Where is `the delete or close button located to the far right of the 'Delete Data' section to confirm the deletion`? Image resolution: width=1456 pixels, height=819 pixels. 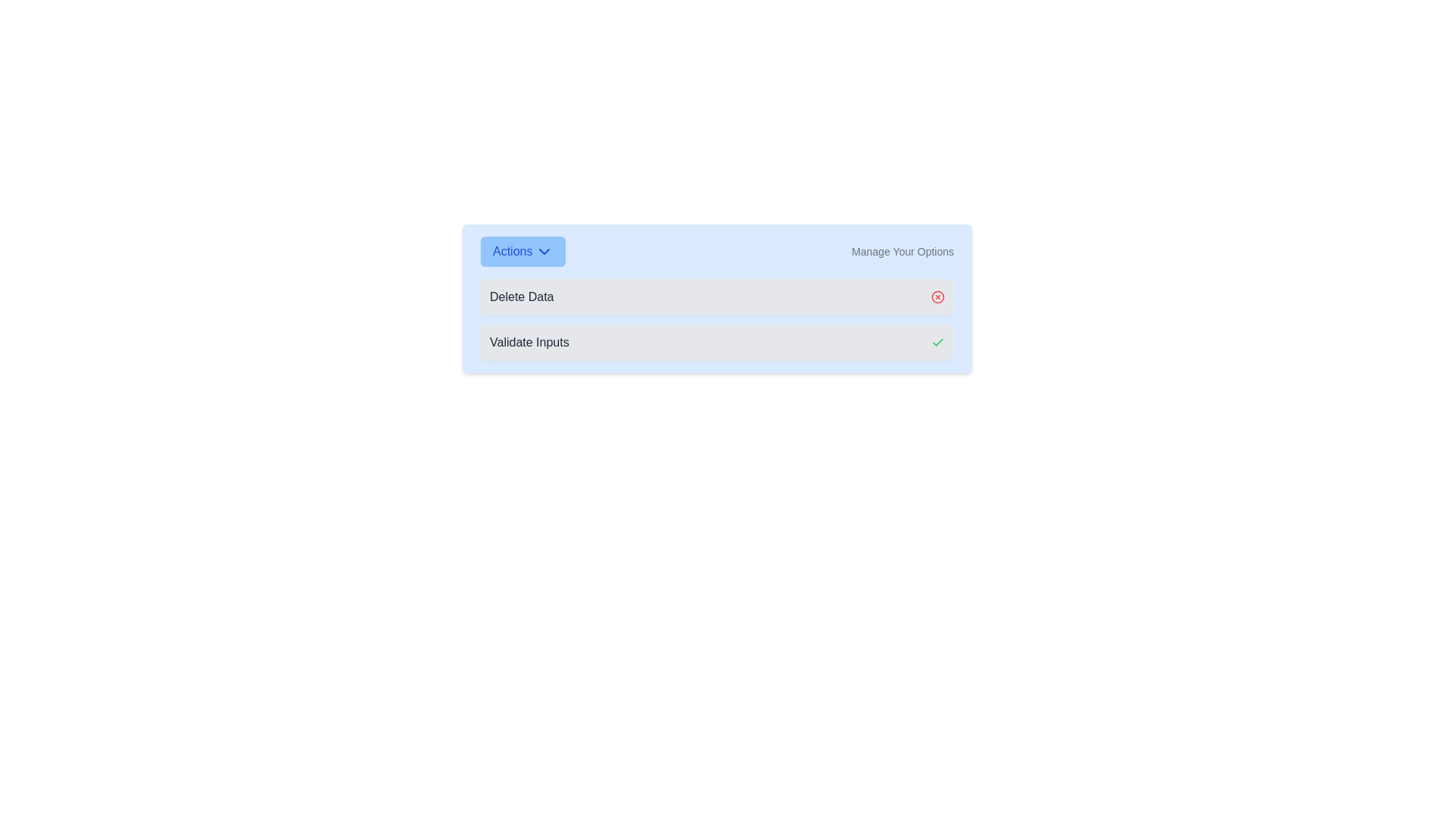
the delete or close button located to the far right of the 'Delete Data' section to confirm the deletion is located at coordinates (937, 297).